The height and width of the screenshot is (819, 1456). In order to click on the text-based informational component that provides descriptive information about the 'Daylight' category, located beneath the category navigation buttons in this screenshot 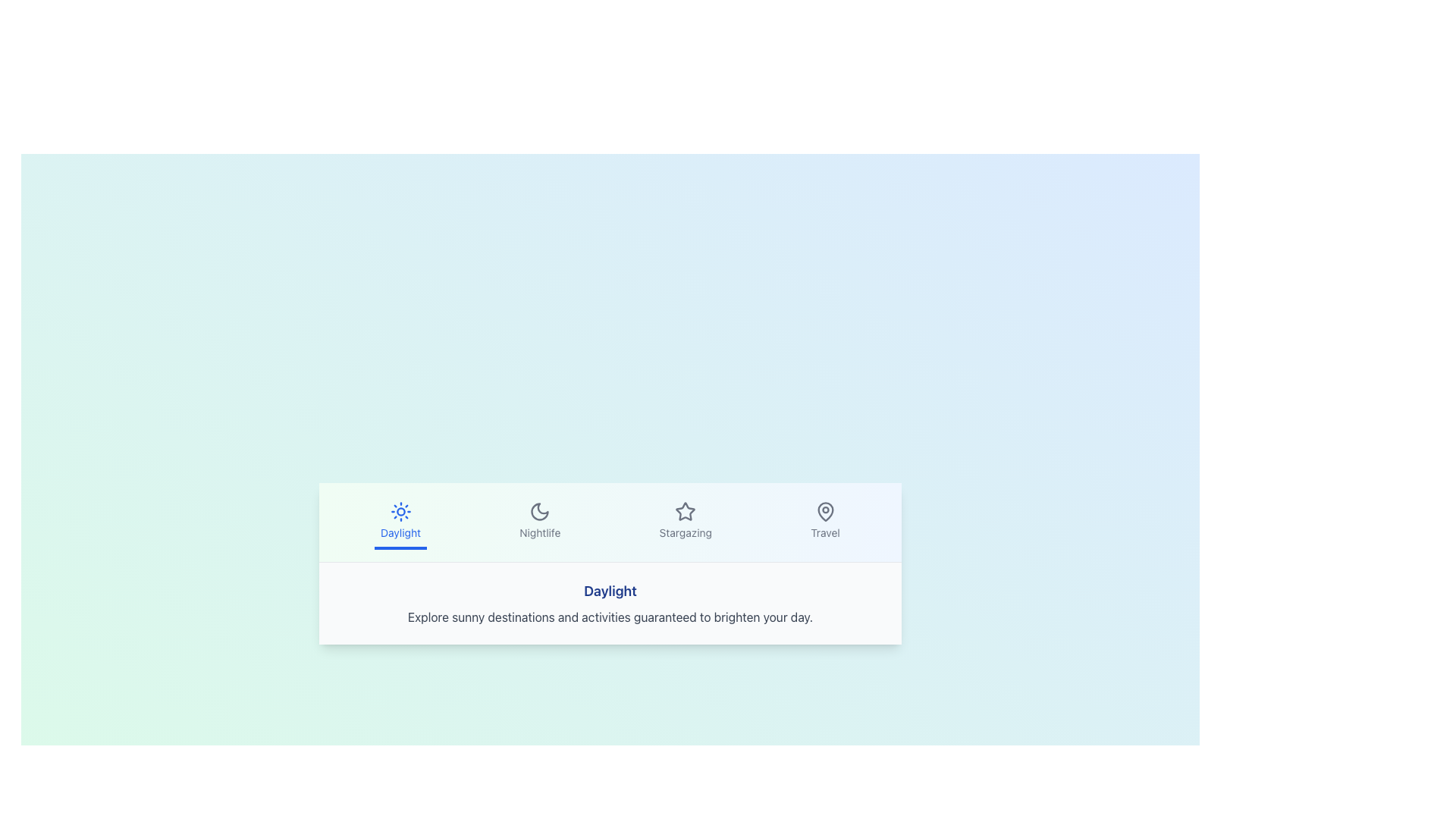, I will do `click(610, 602)`.